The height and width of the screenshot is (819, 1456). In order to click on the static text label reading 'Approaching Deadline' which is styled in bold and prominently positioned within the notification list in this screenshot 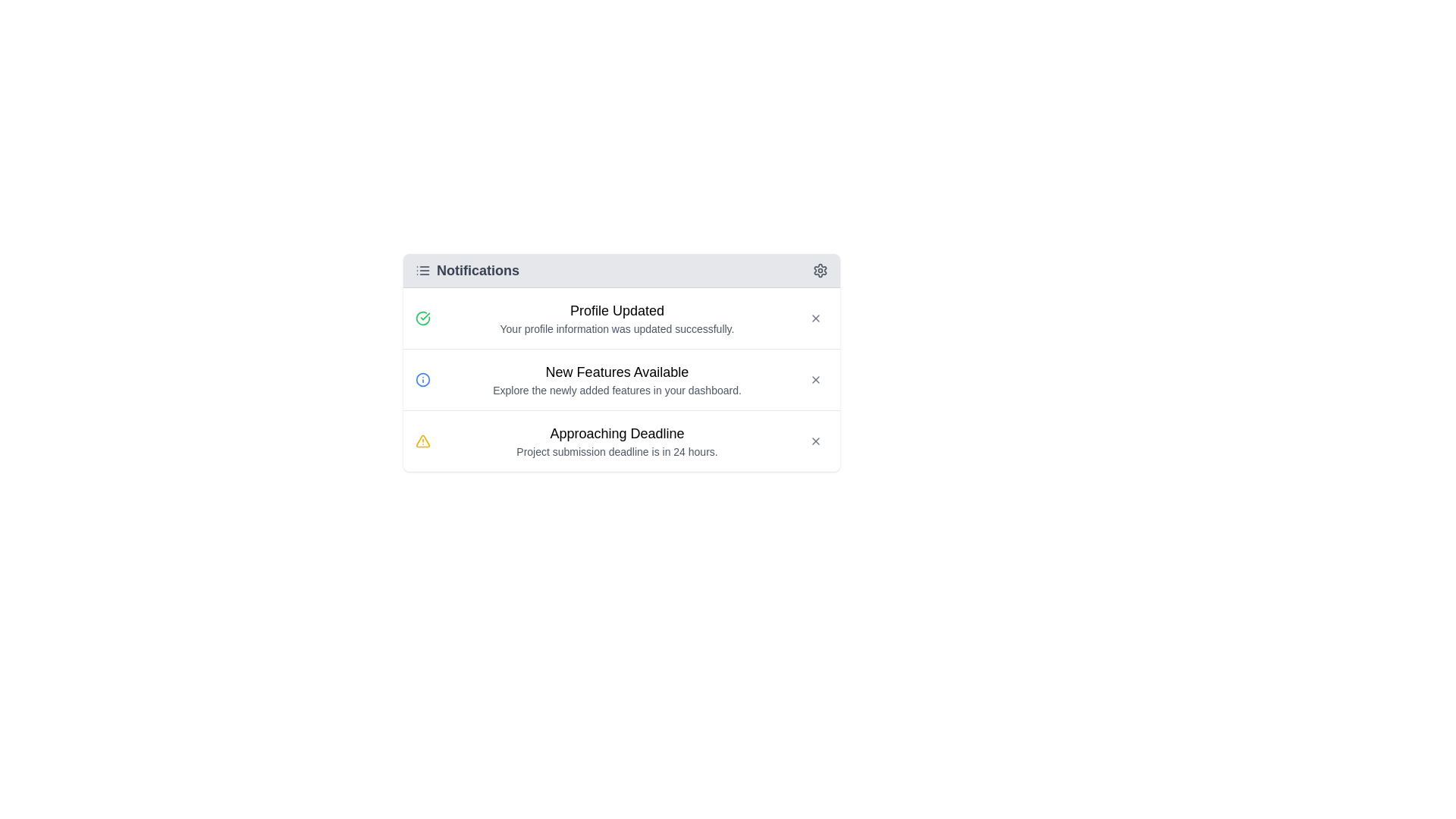, I will do `click(617, 433)`.